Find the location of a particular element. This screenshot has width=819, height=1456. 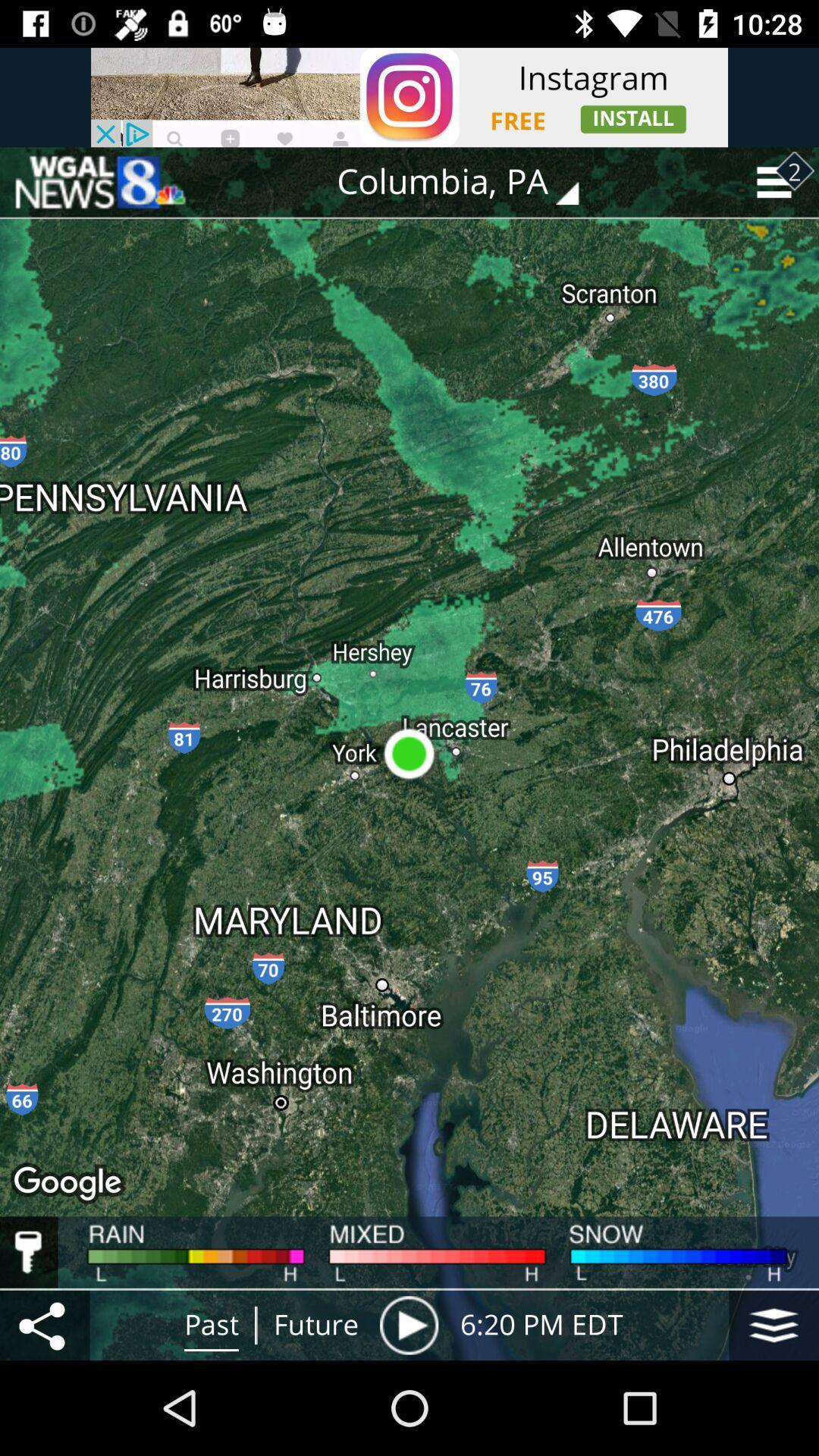

item to the left of columbia, pa is located at coordinates (99, 182).